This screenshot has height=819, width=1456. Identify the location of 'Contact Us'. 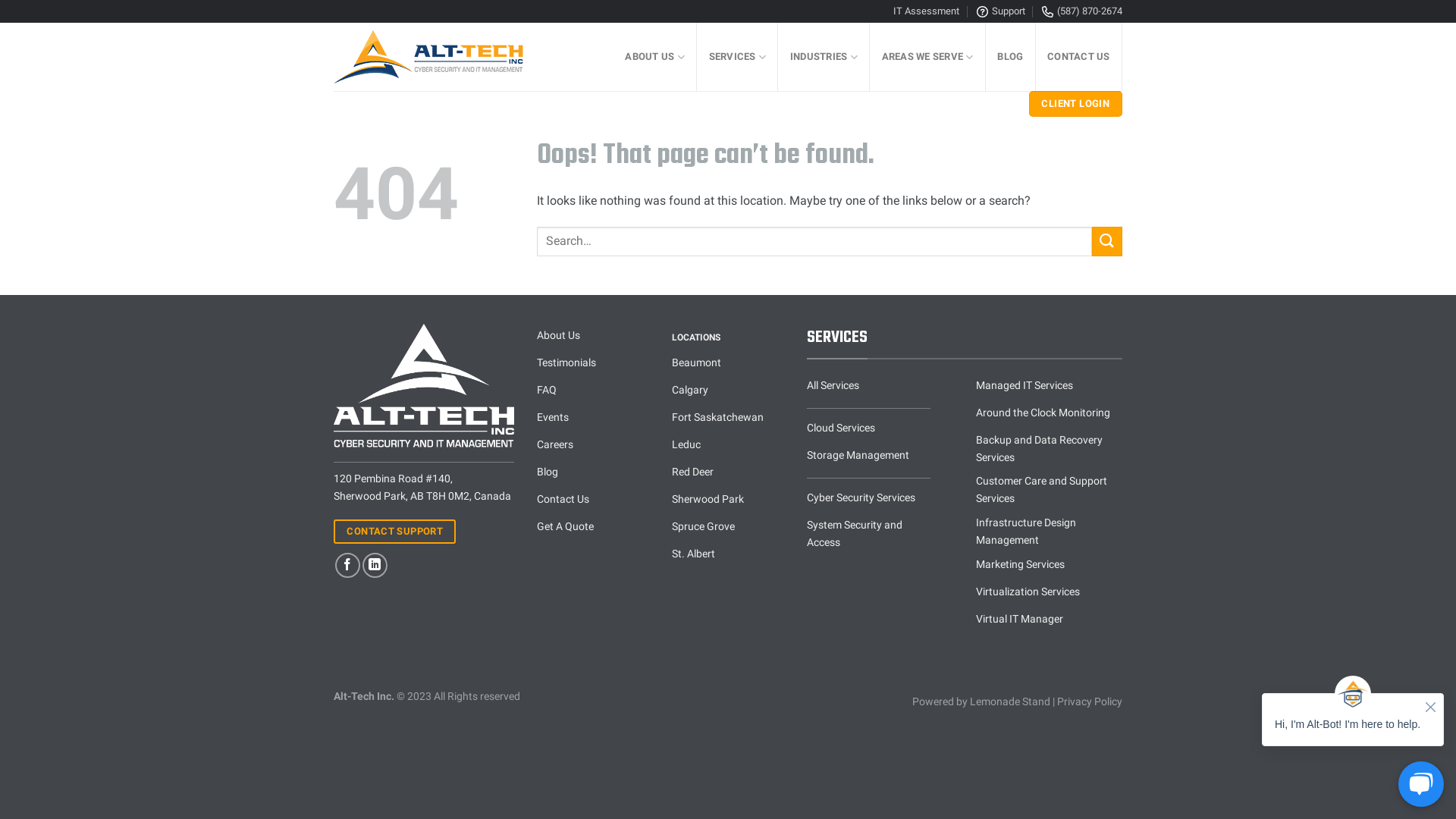
(592, 500).